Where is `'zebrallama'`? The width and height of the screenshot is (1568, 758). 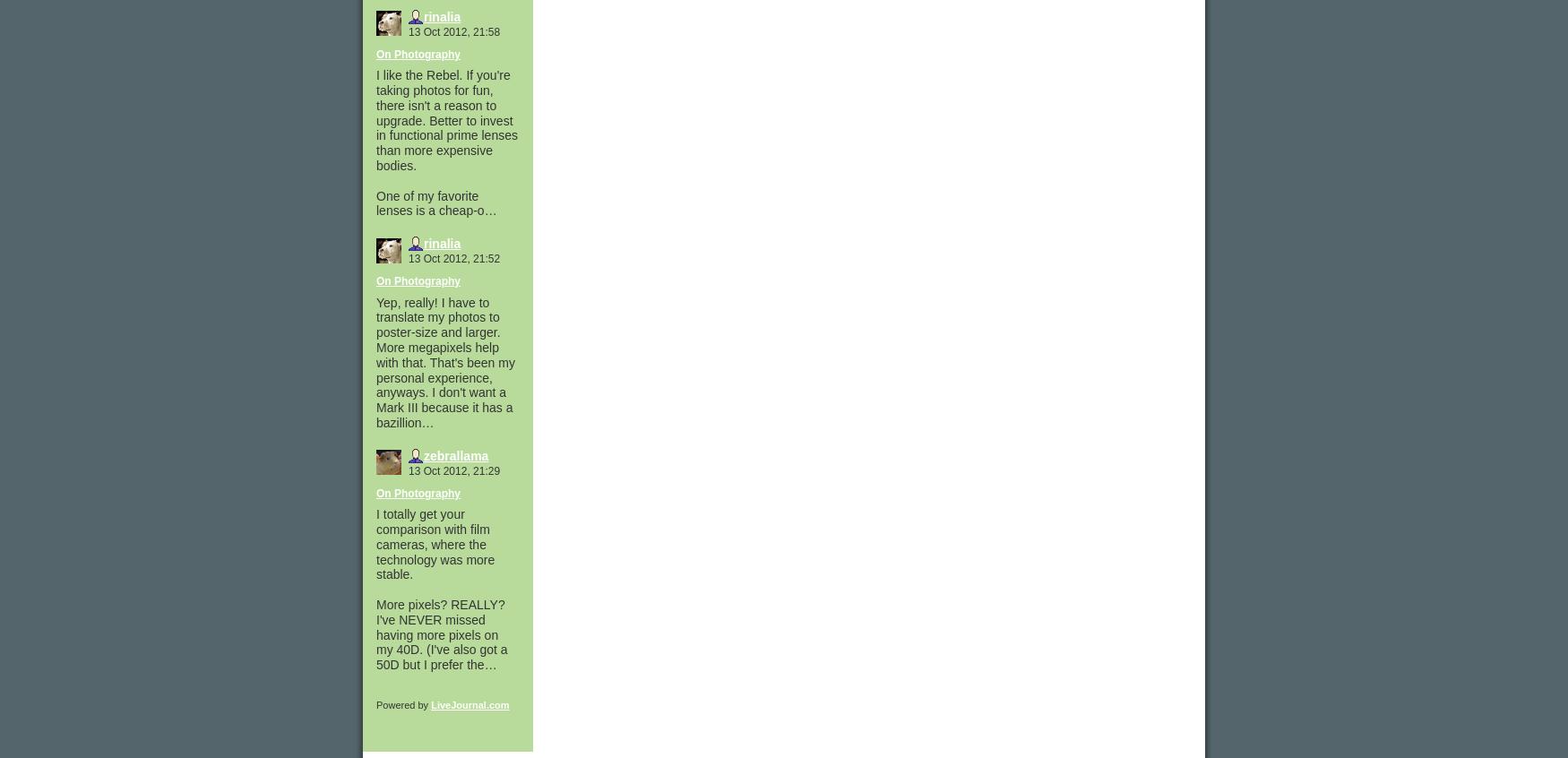 'zebrallama' is located at coordinates (455, 455).